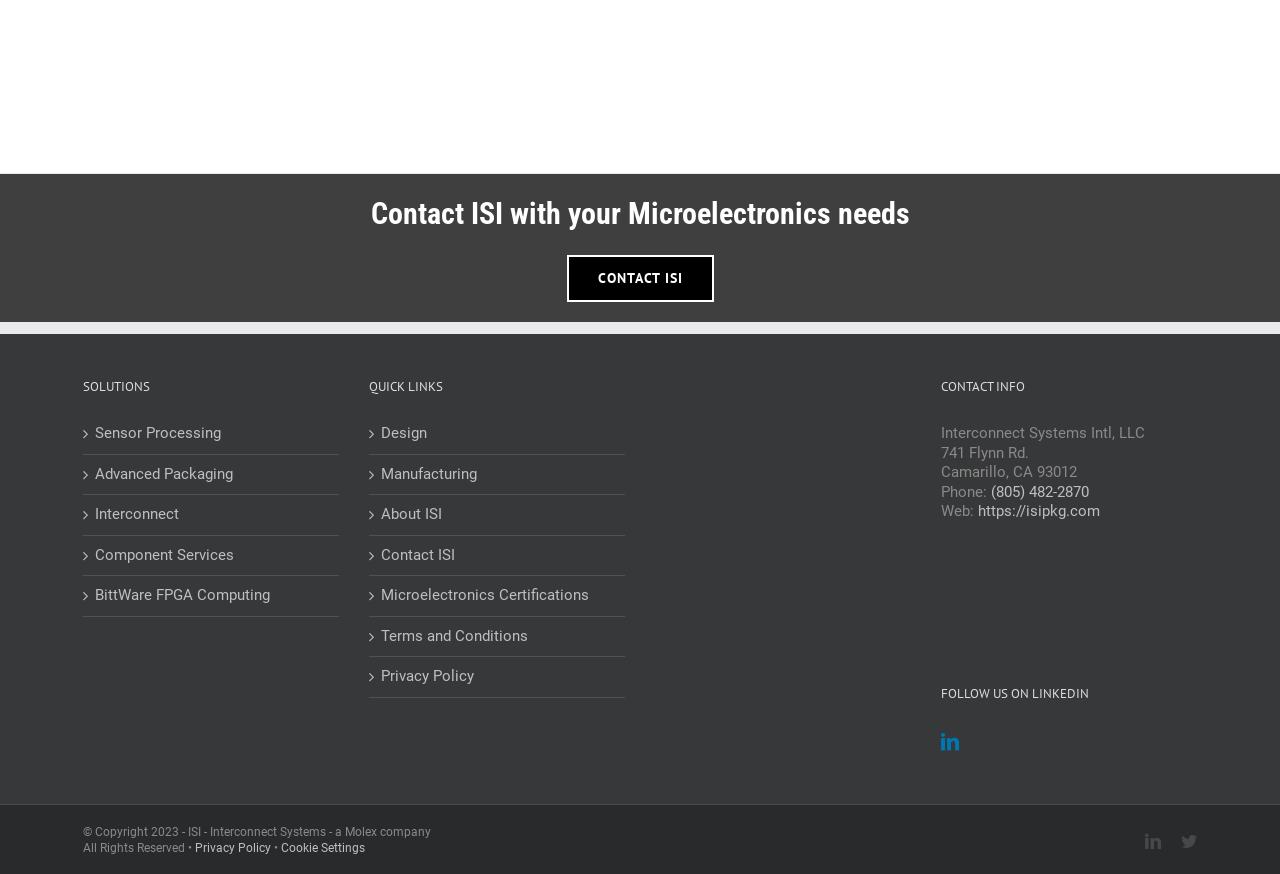 This screenshot has width=1280, height=874. Describe the element at coordinates (966, 490) in the screenshot. I see `'Phone:'` at that location.